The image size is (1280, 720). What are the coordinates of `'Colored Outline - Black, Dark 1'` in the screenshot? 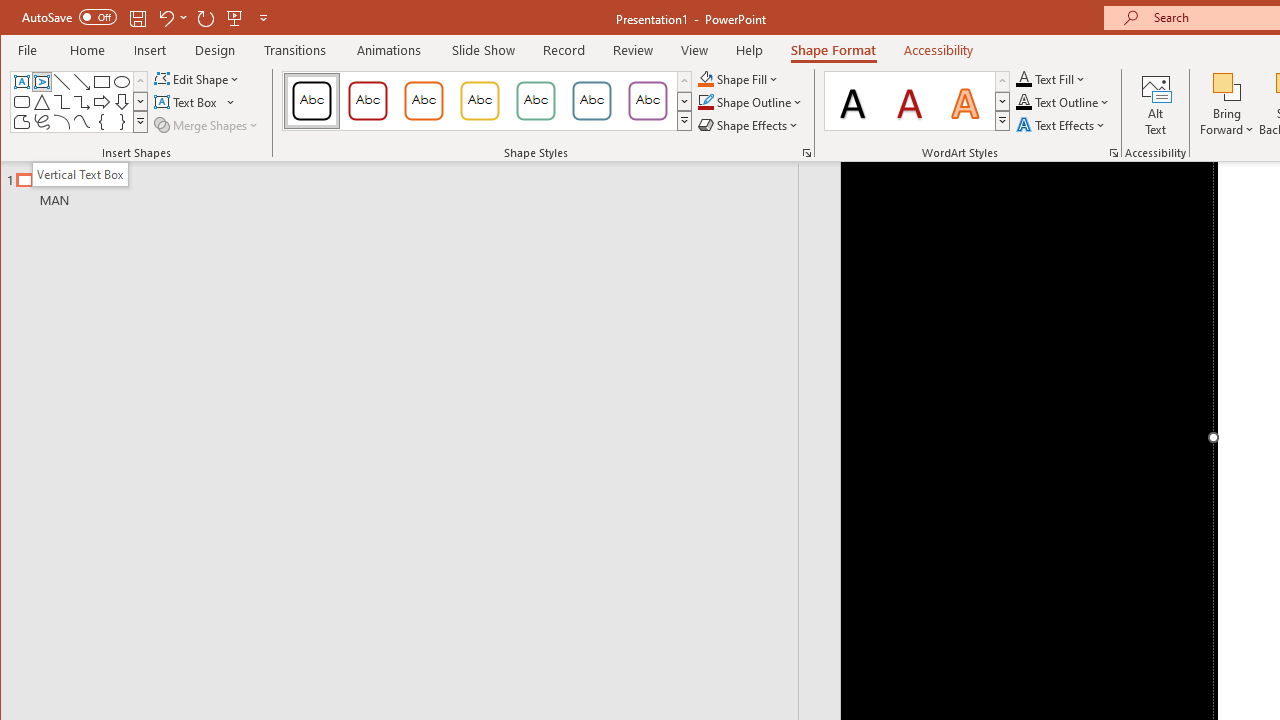 It's located at (311, 100).